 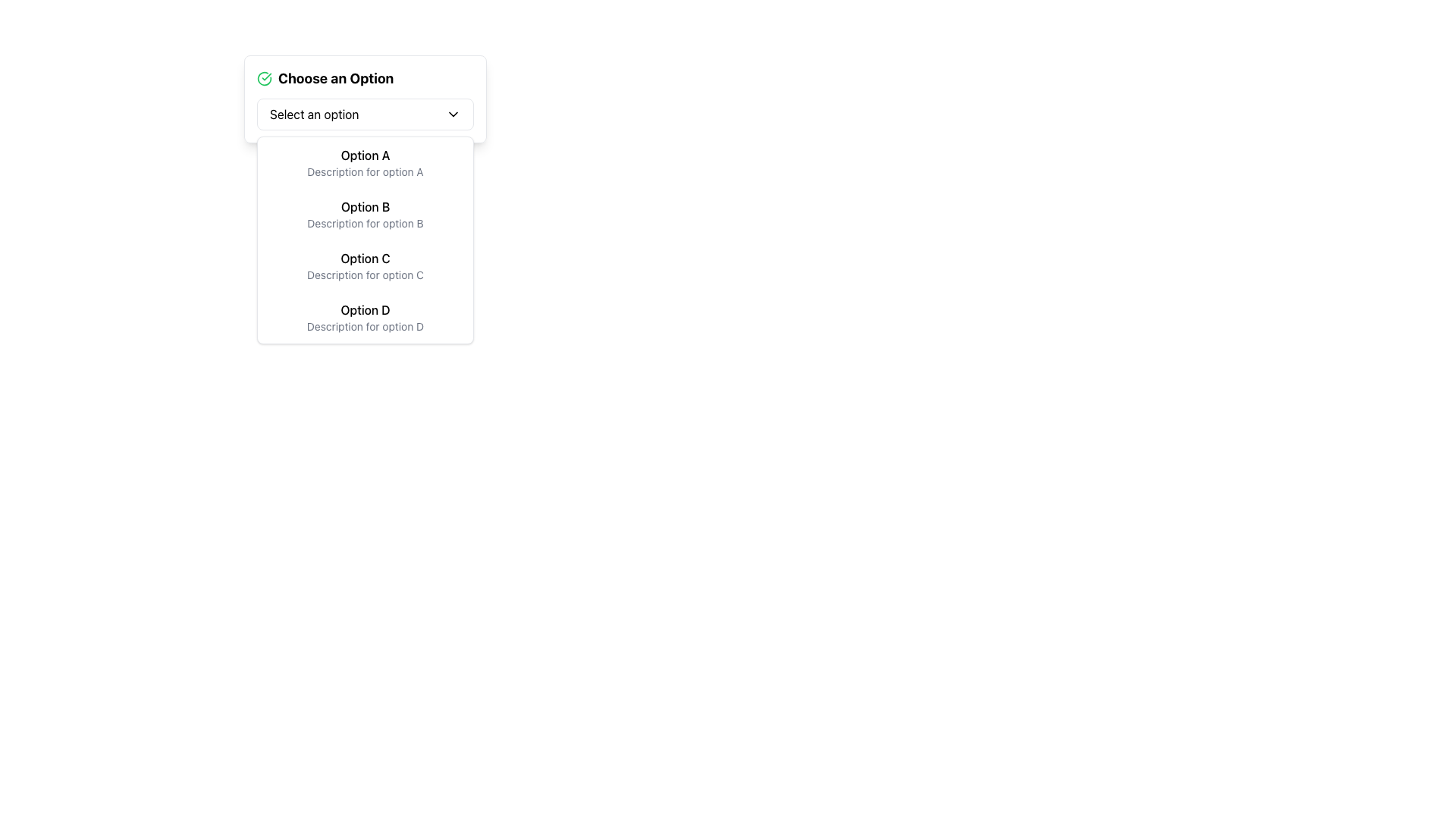 I want to click on the downward-pointing chevron icon next to the text 'Select an option', so click(x=453, y=113).